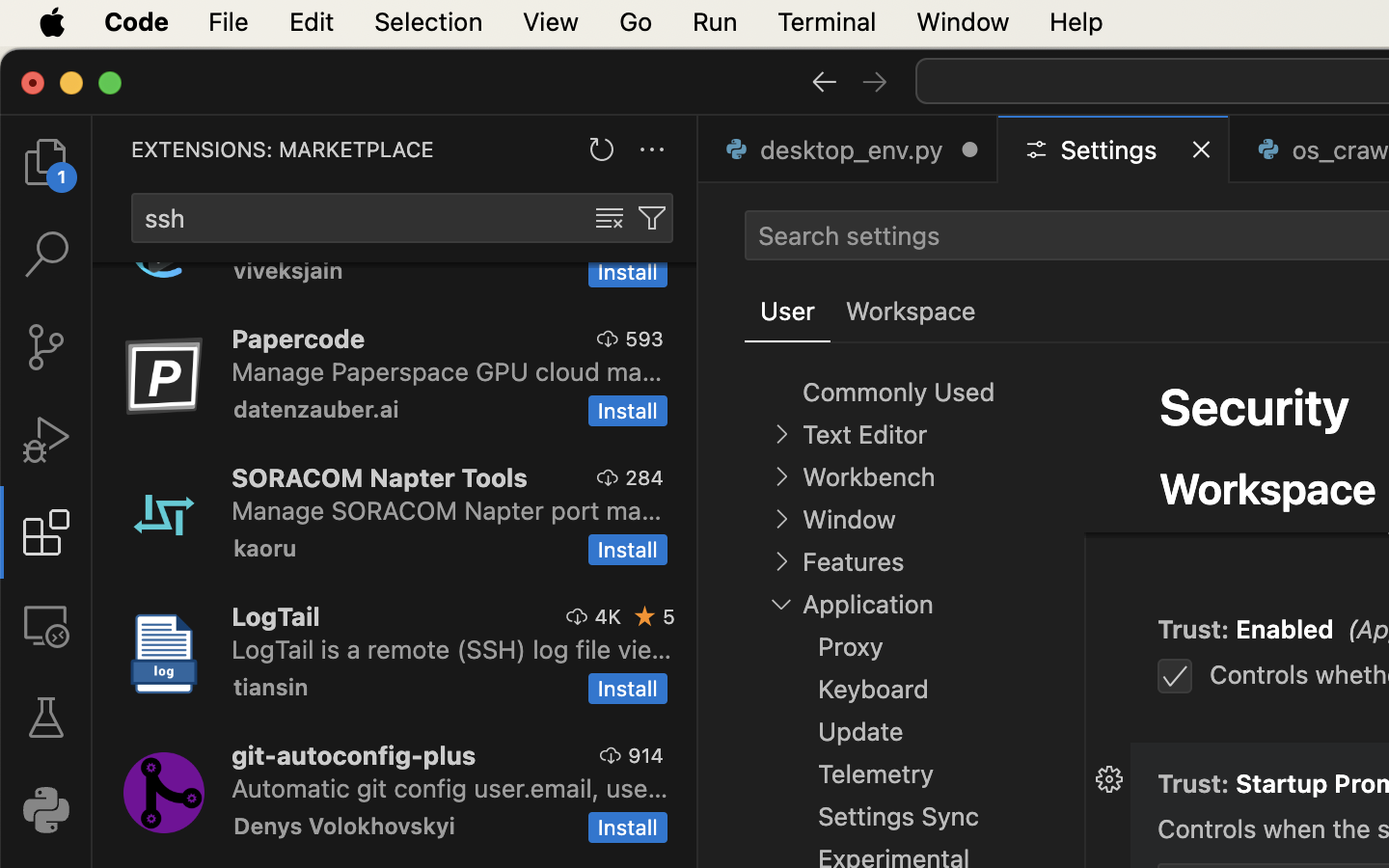 Image resolution: width=1389 pixels, height=868 pixels. Describe the element at coordinates (286, 271) in the screenshot. I see `'viveksjain'` at that location.